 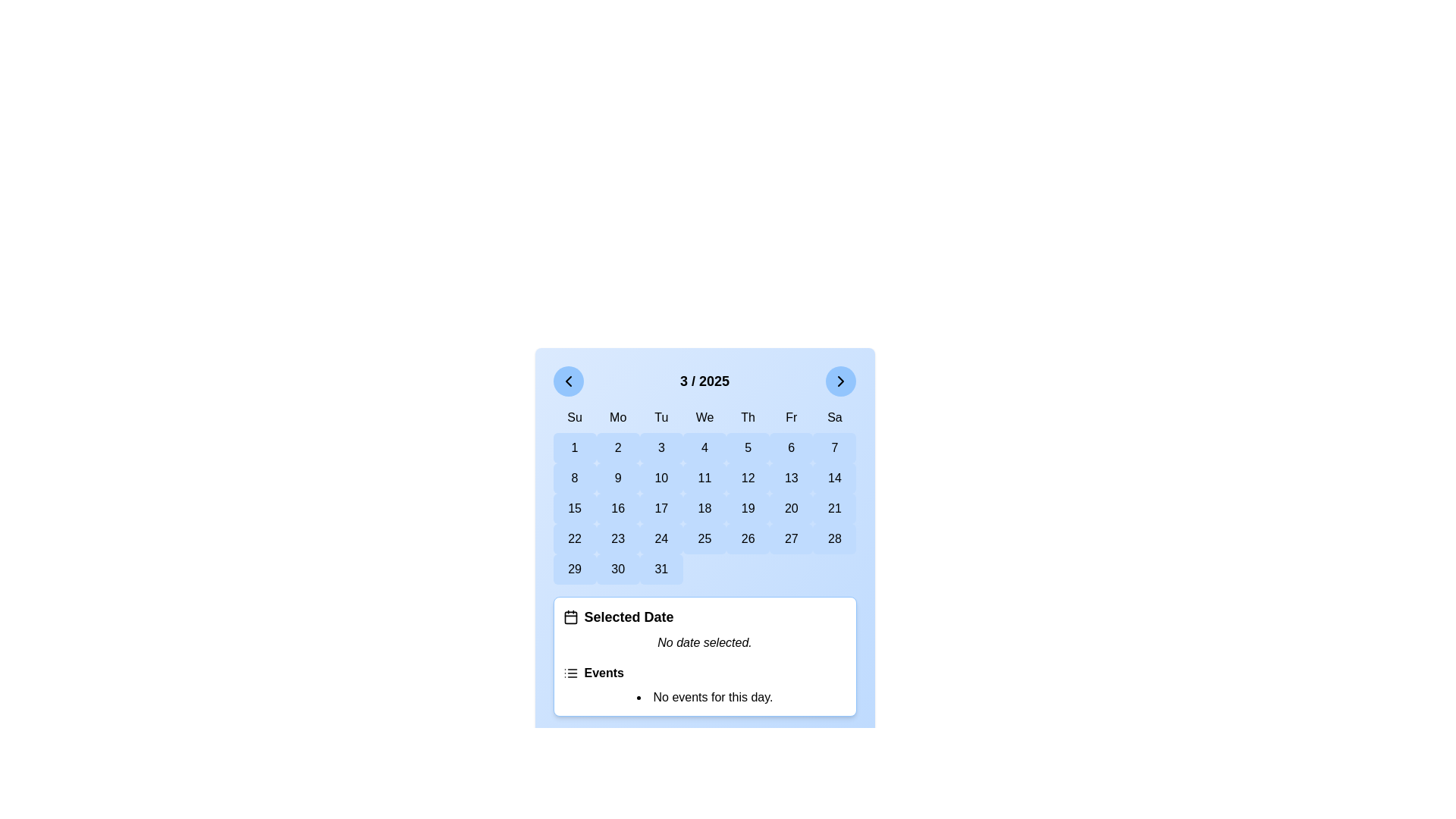 What do you see at coordinates (661, 509) in the screenshot?
I see `the button representing the date '17th' in the March 2025 calendar` at bounding box center [661, 509].